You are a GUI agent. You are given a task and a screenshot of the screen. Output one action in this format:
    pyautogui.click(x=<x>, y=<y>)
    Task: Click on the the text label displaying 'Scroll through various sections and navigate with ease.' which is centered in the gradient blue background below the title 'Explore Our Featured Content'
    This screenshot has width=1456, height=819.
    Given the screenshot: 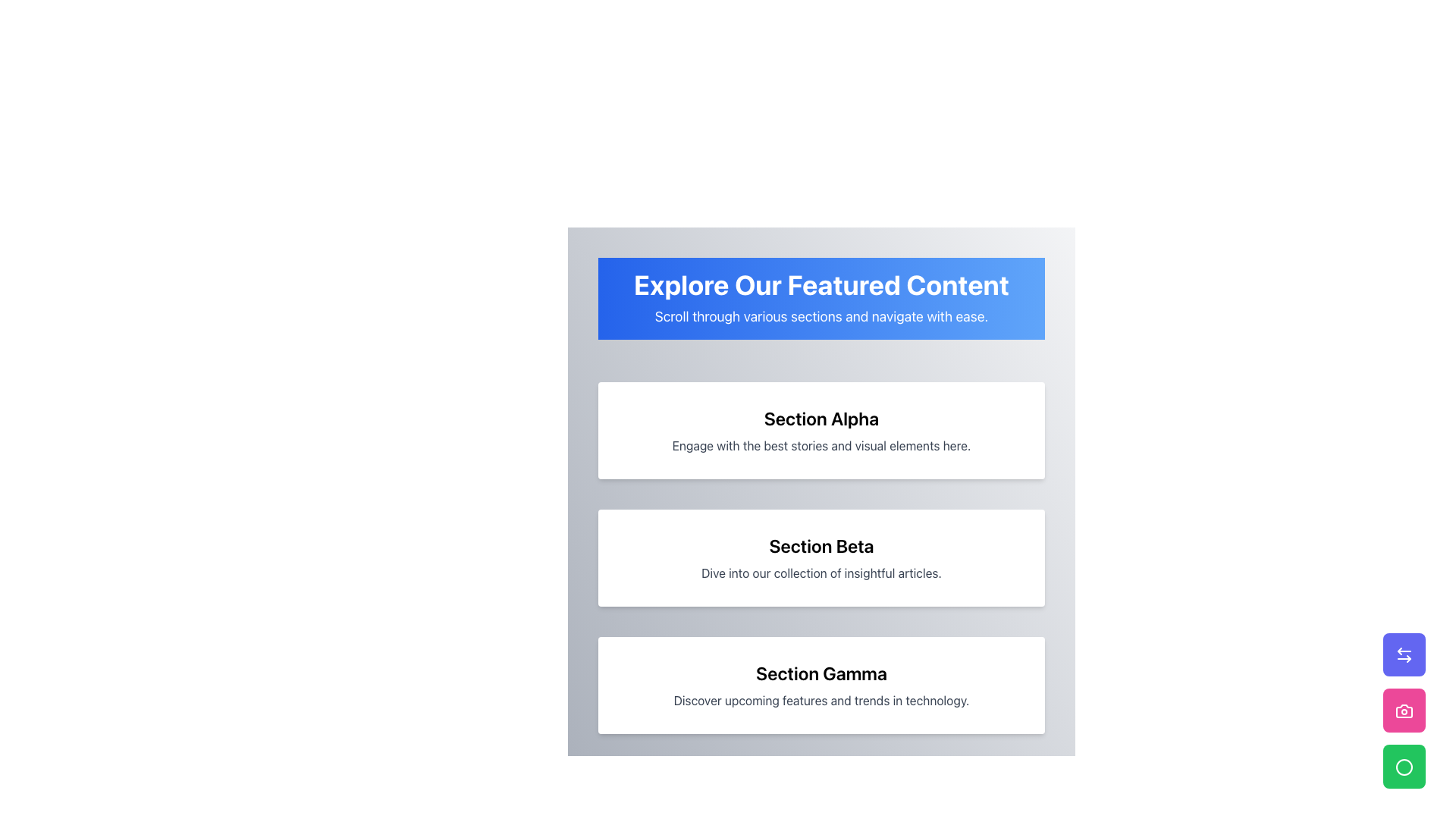 What is the action you would take?
    pyautogui.click(x=821, y=315)
    